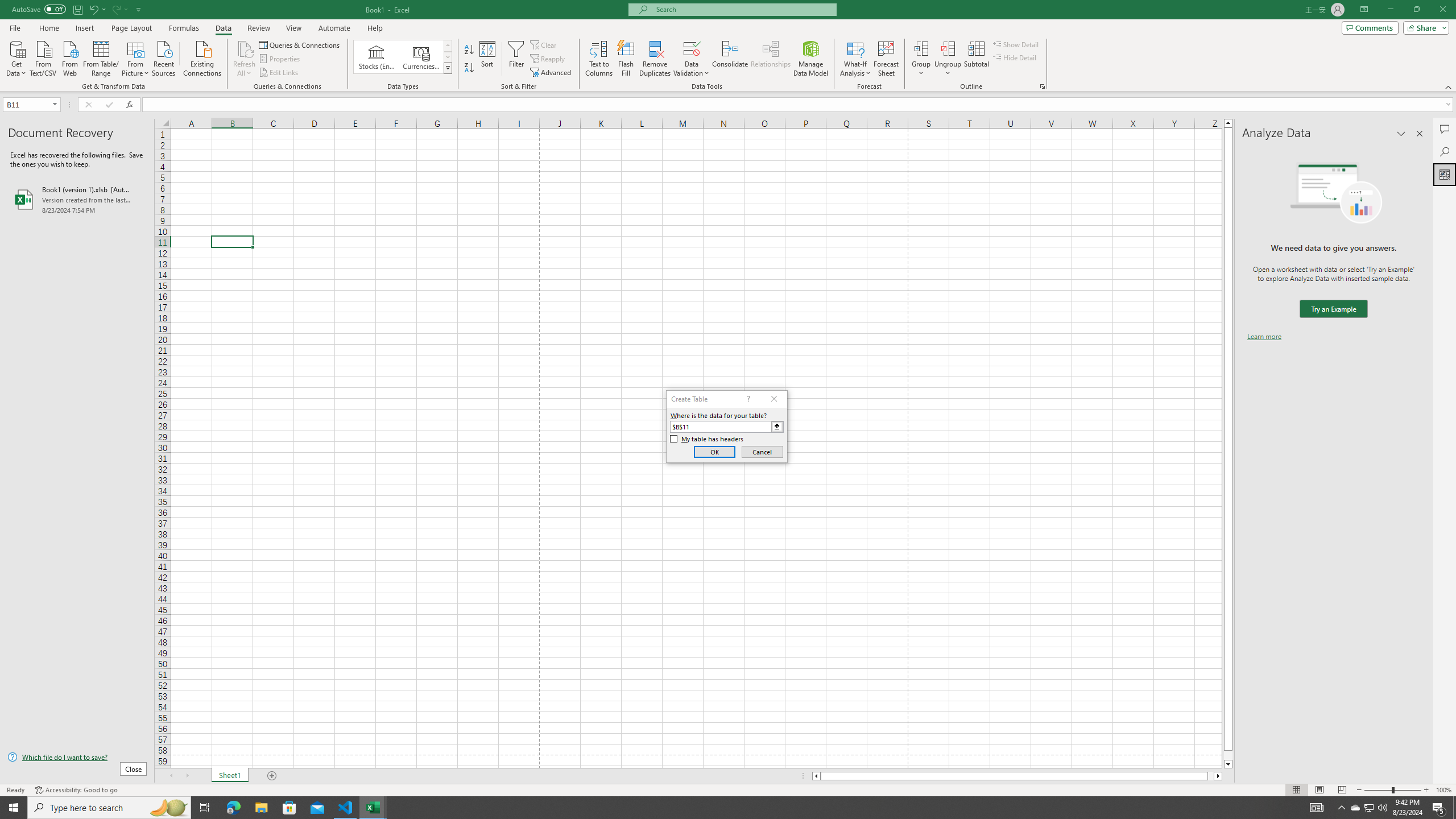 Image resolution: width=1456 pixels, height=819 pixels. I want to click on 'Zoom', so click(1392, 790).